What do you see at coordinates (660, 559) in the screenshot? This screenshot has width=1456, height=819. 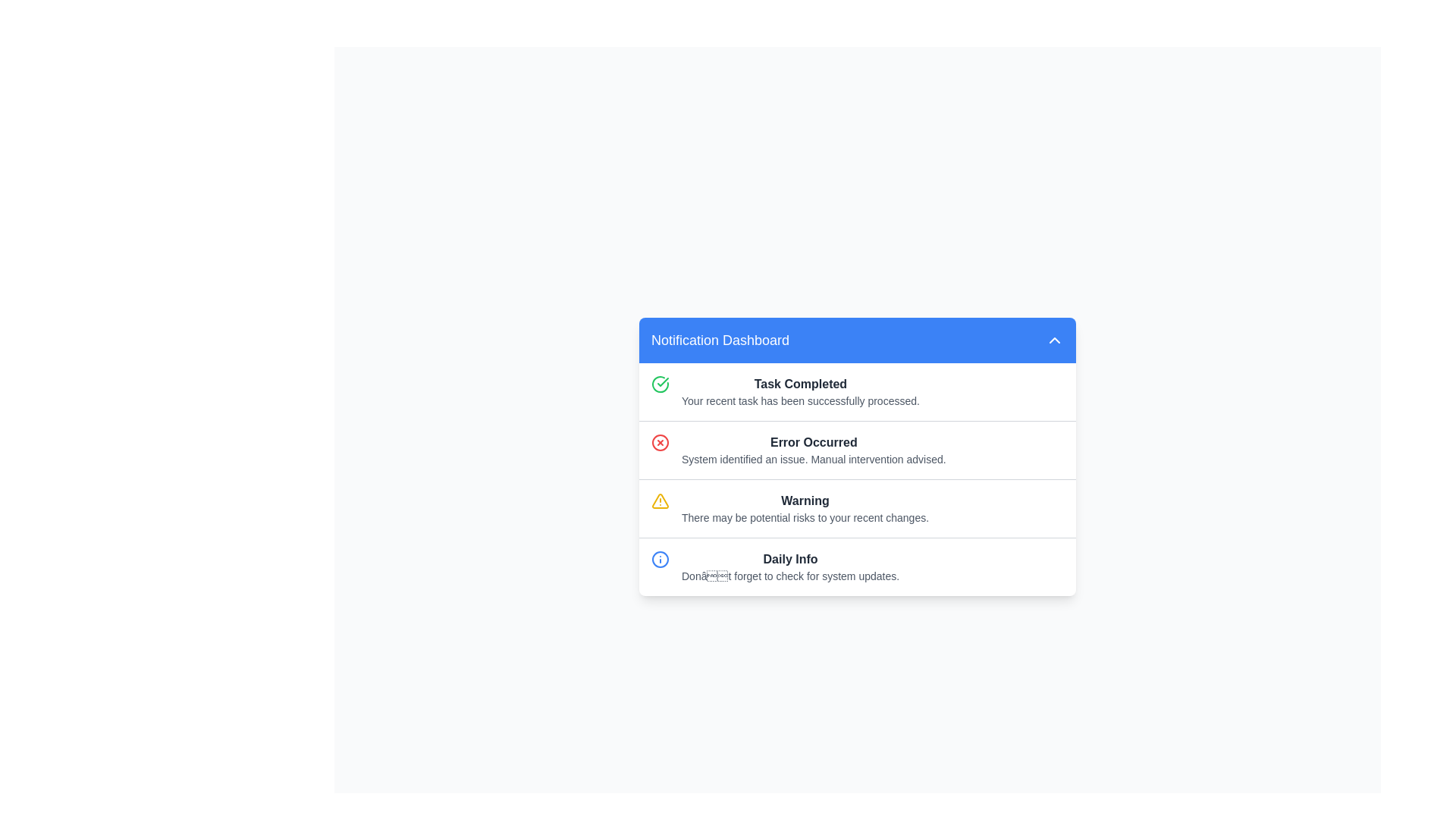 I see `blue circular SVG element that is part of the information icon, located in the lower-right section of the interface next to the 'Daily Info' notification` at bounding box center [660, 559].